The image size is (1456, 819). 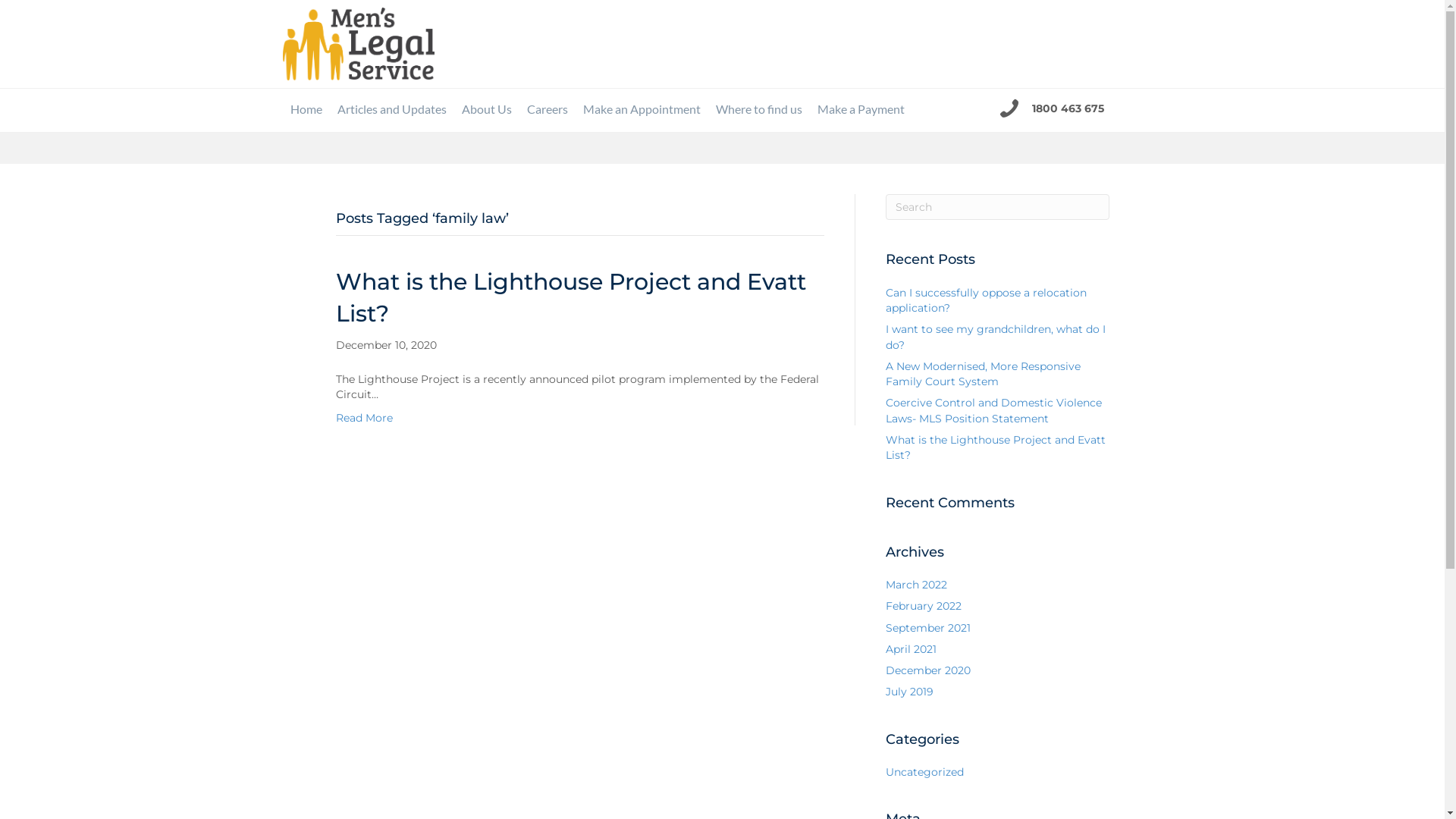 What do you see at coordinates (282, 108) in the screenshot?
I see `'Home'` at bounding box center [282, 108].